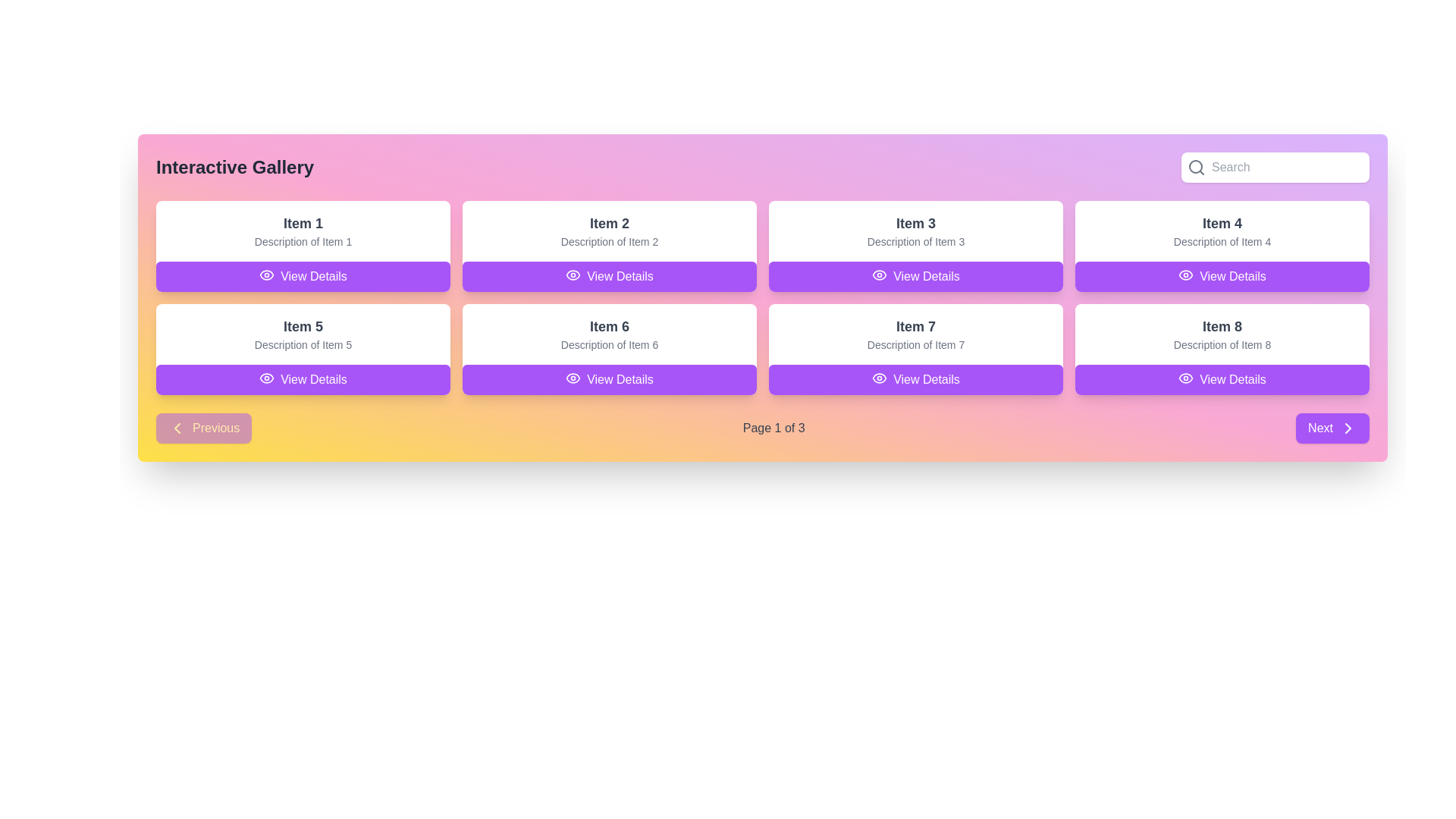  I want to click on the text label that displays 'Description of Item 7', which is located under the heading 'Item 7' in the card layout, so click(915, 345).